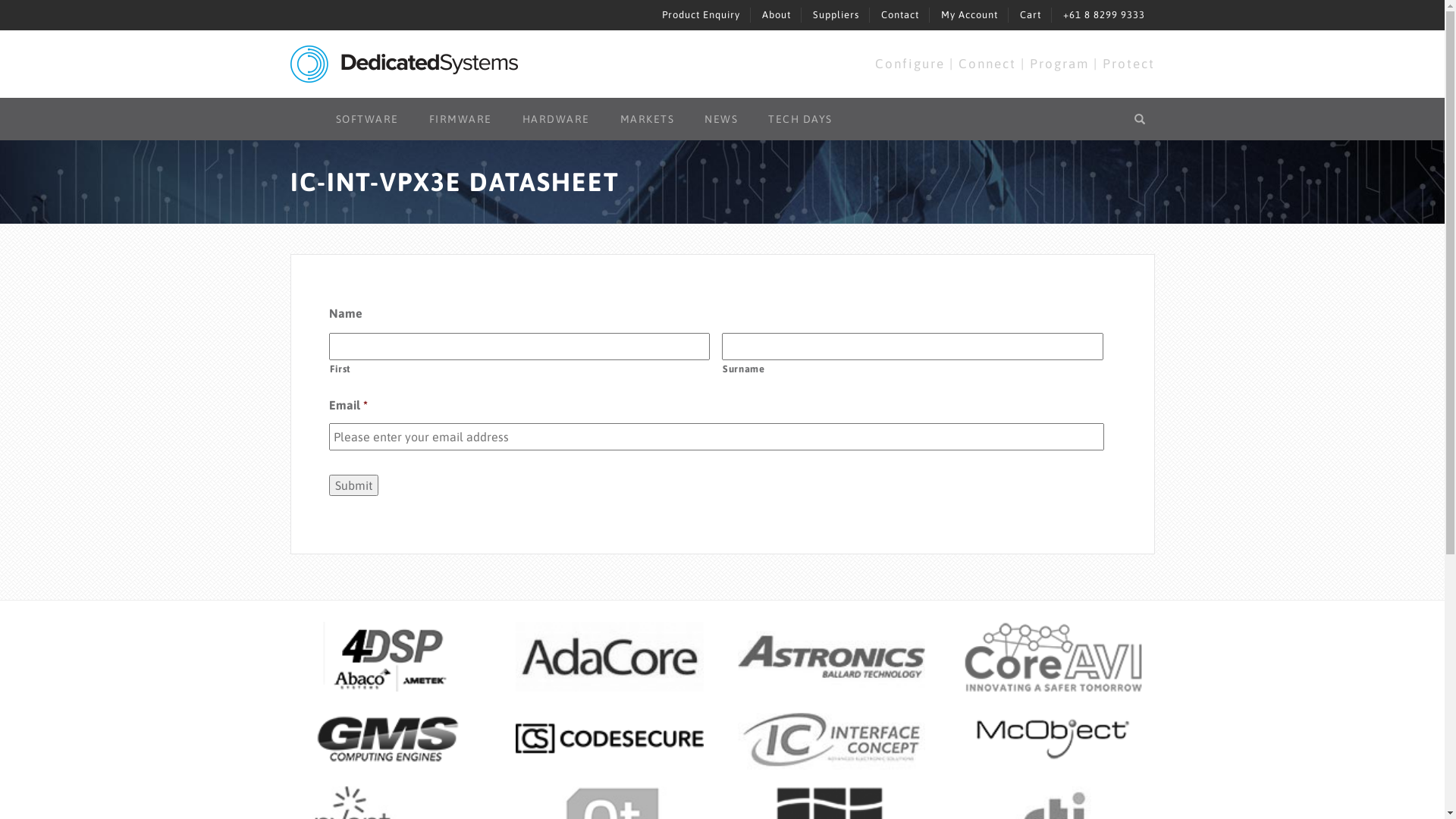  Describe the element at coordinates (290, 110) in the screenshot. I see `'<i class="fa fa-home"></i>'` at that location.